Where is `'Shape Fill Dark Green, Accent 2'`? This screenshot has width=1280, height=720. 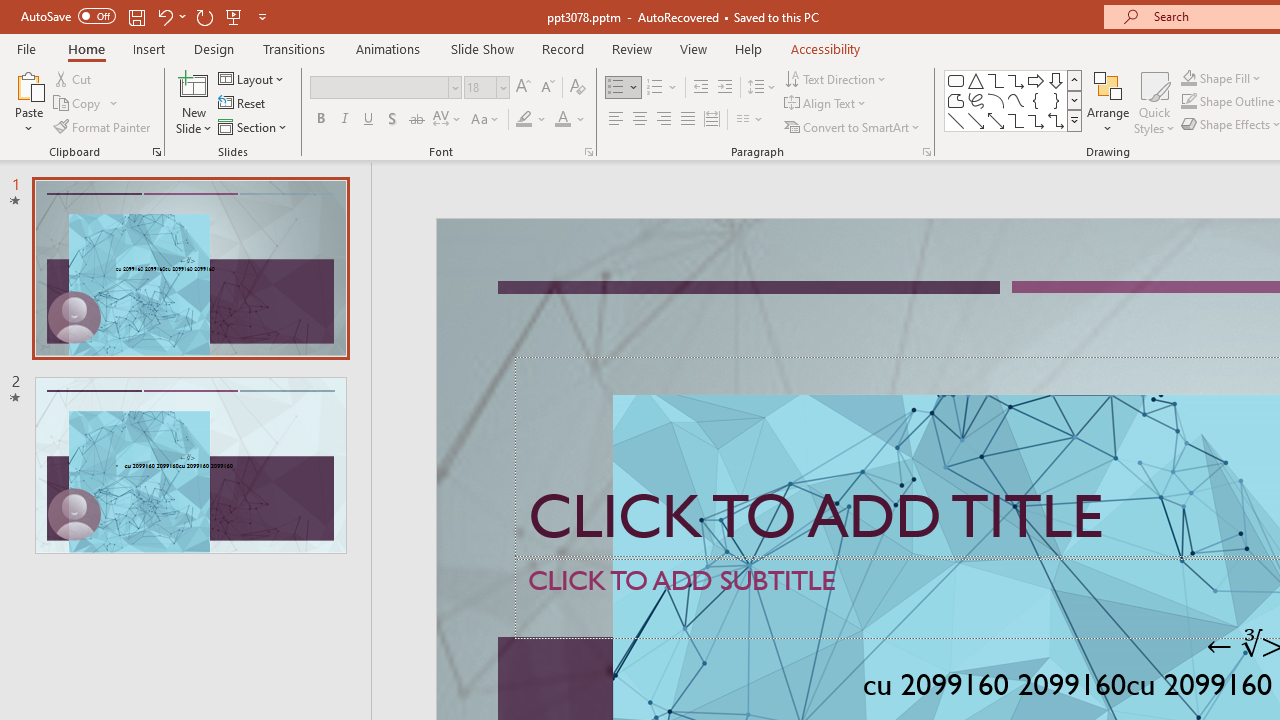
'Shape Fill Dark Green, Accent 2' is located at coordinates (1189, 77).